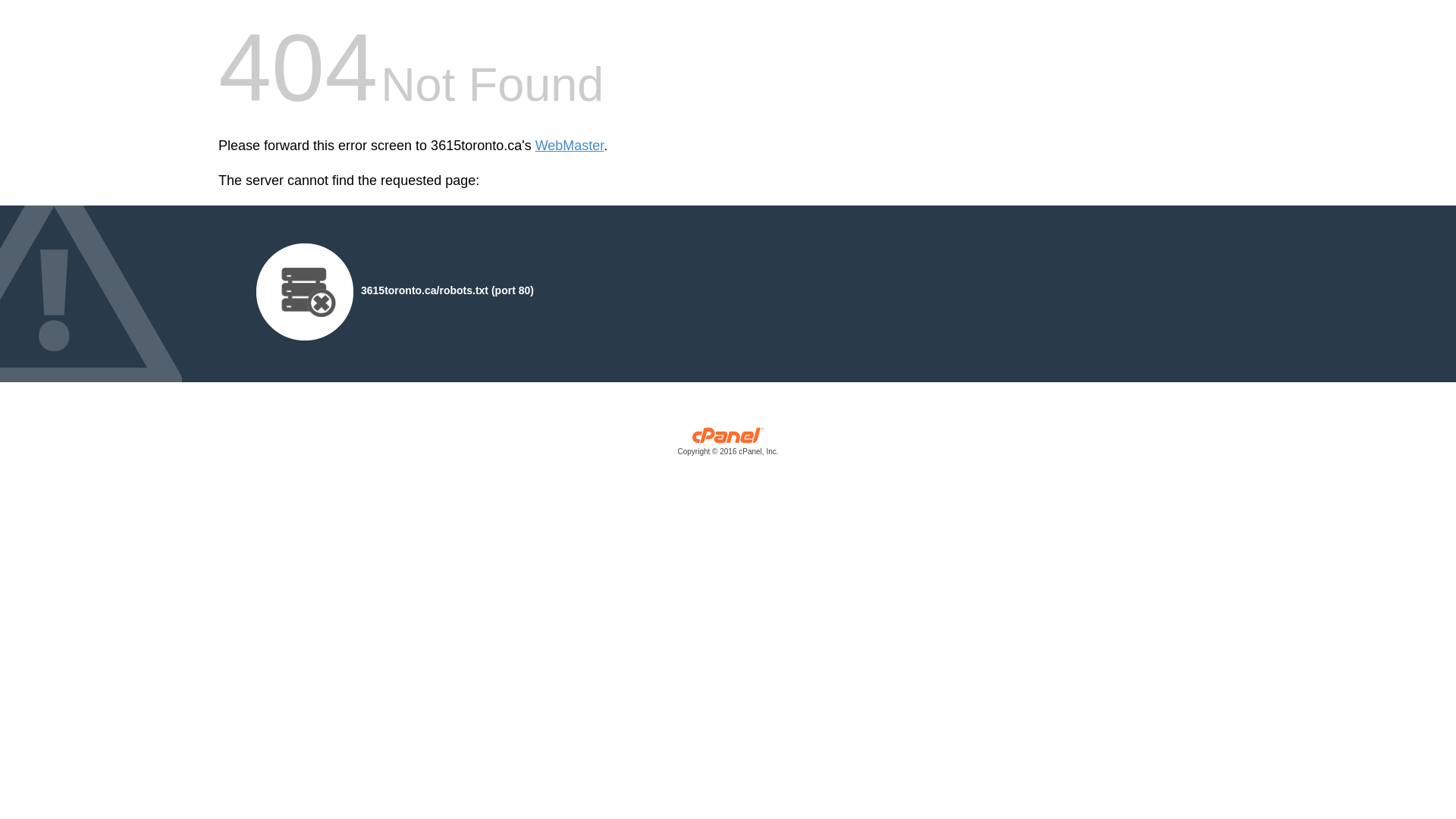 The image size is (1456, 819). I want to click on 'WebMaster', so click(569, 146).